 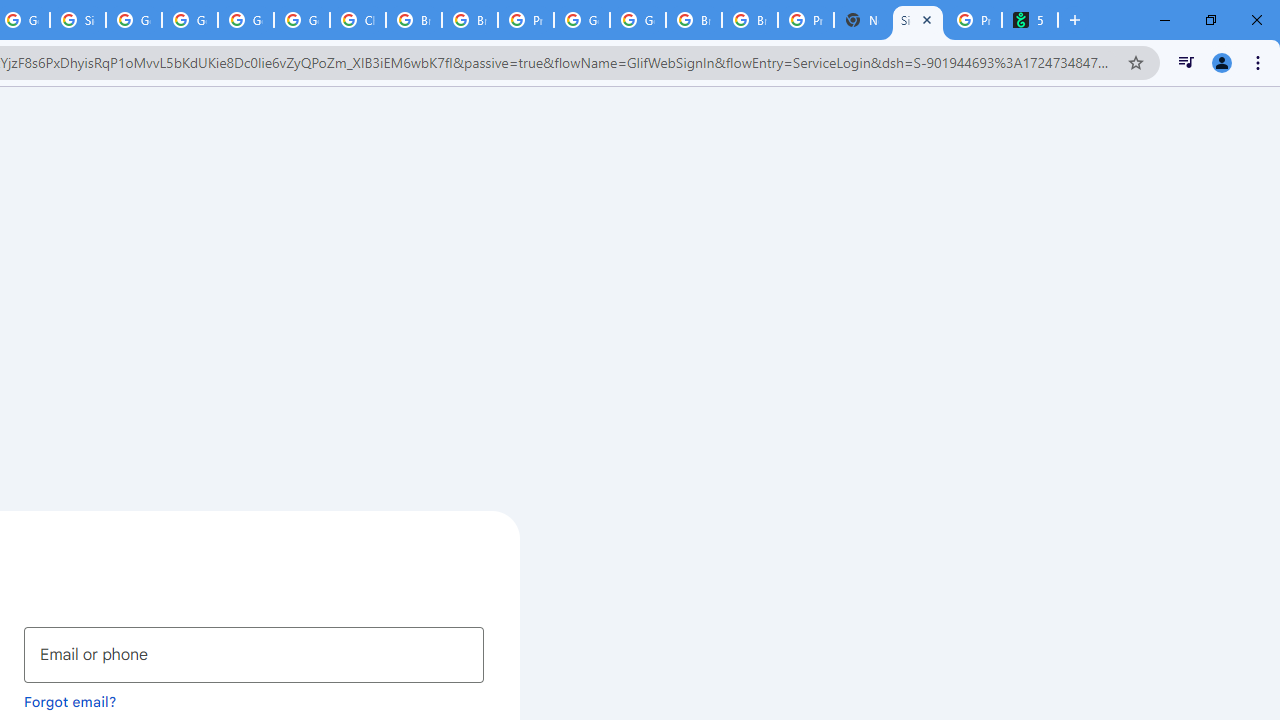 What do you see at coordinates (253, 654) in the screenshot?
I see `'Email or phone'` at bounding box center [253, 654].